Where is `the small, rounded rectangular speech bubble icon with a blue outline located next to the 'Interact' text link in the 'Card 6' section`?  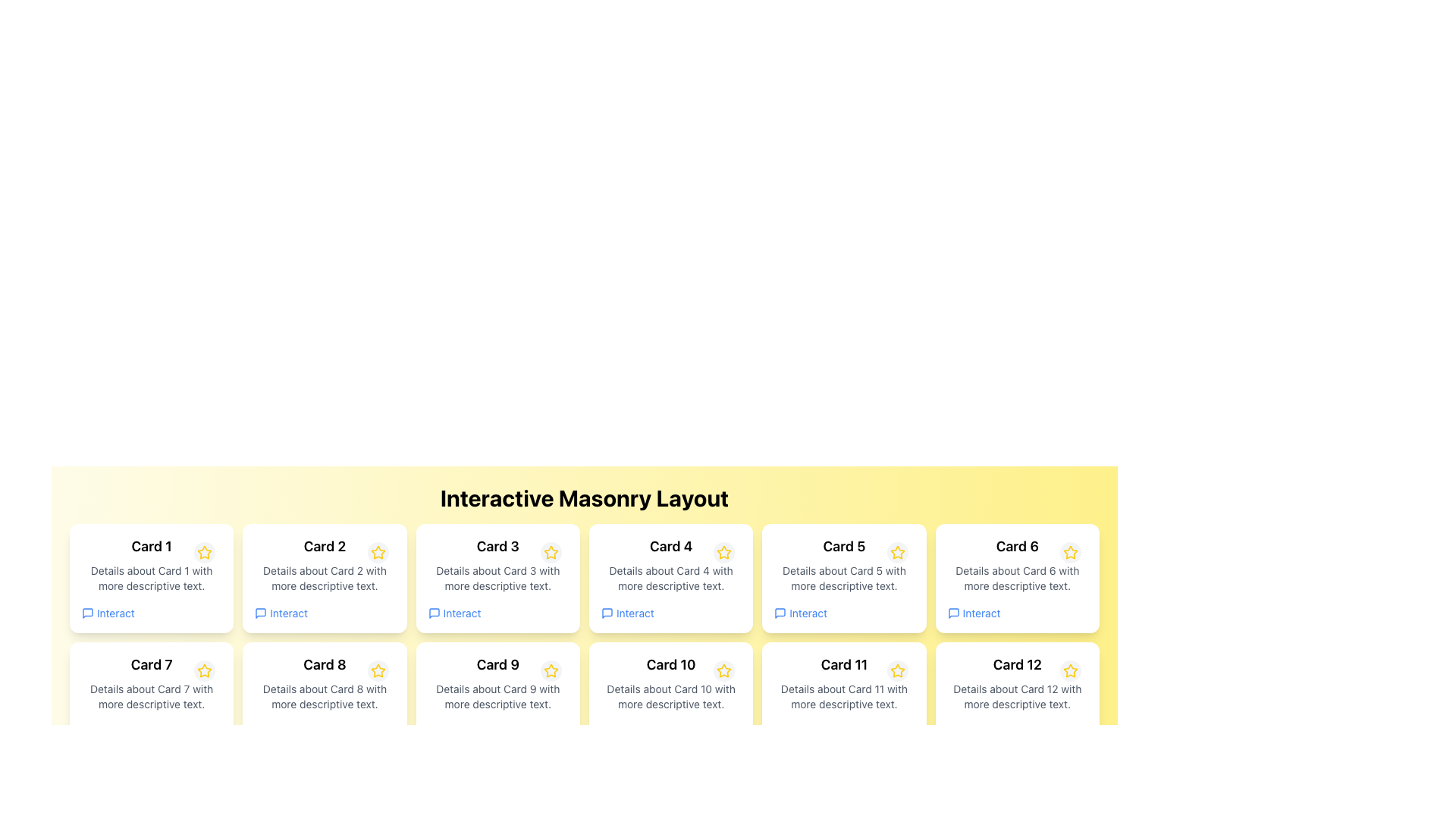 the small, rounded rectangular speech bubble icon with a blue outline located next to the 'Interact' text link in the 'Card 6' section is located at coordinates (952, 613).